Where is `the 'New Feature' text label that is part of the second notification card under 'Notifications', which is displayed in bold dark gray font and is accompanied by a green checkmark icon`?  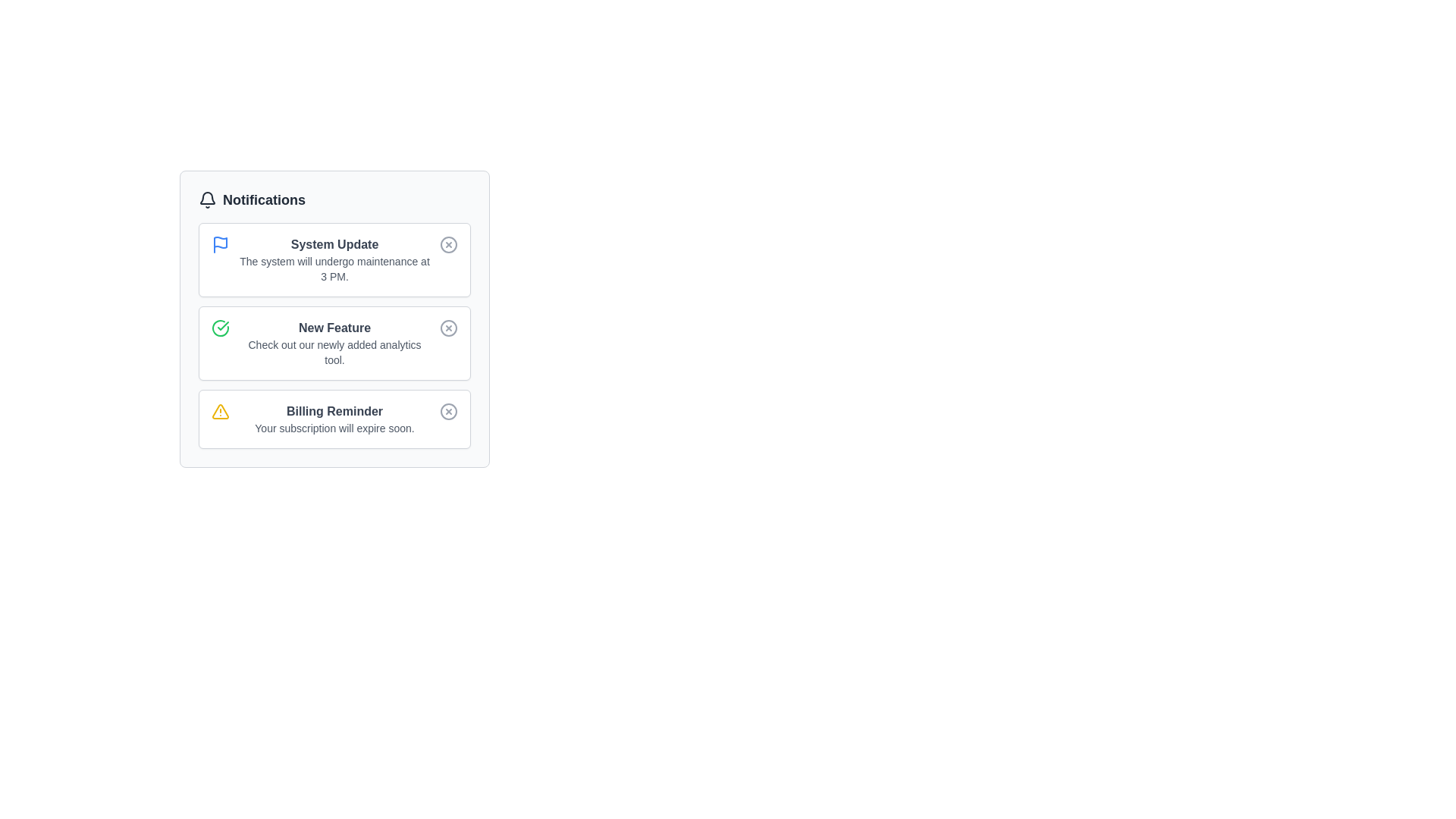 the 'New Feature' text label that is part of the second notification card under 'Notifications', which is displayed in bold dark gray font and is accompanied by a green checkmark icon is located at coordinates (334, 327).